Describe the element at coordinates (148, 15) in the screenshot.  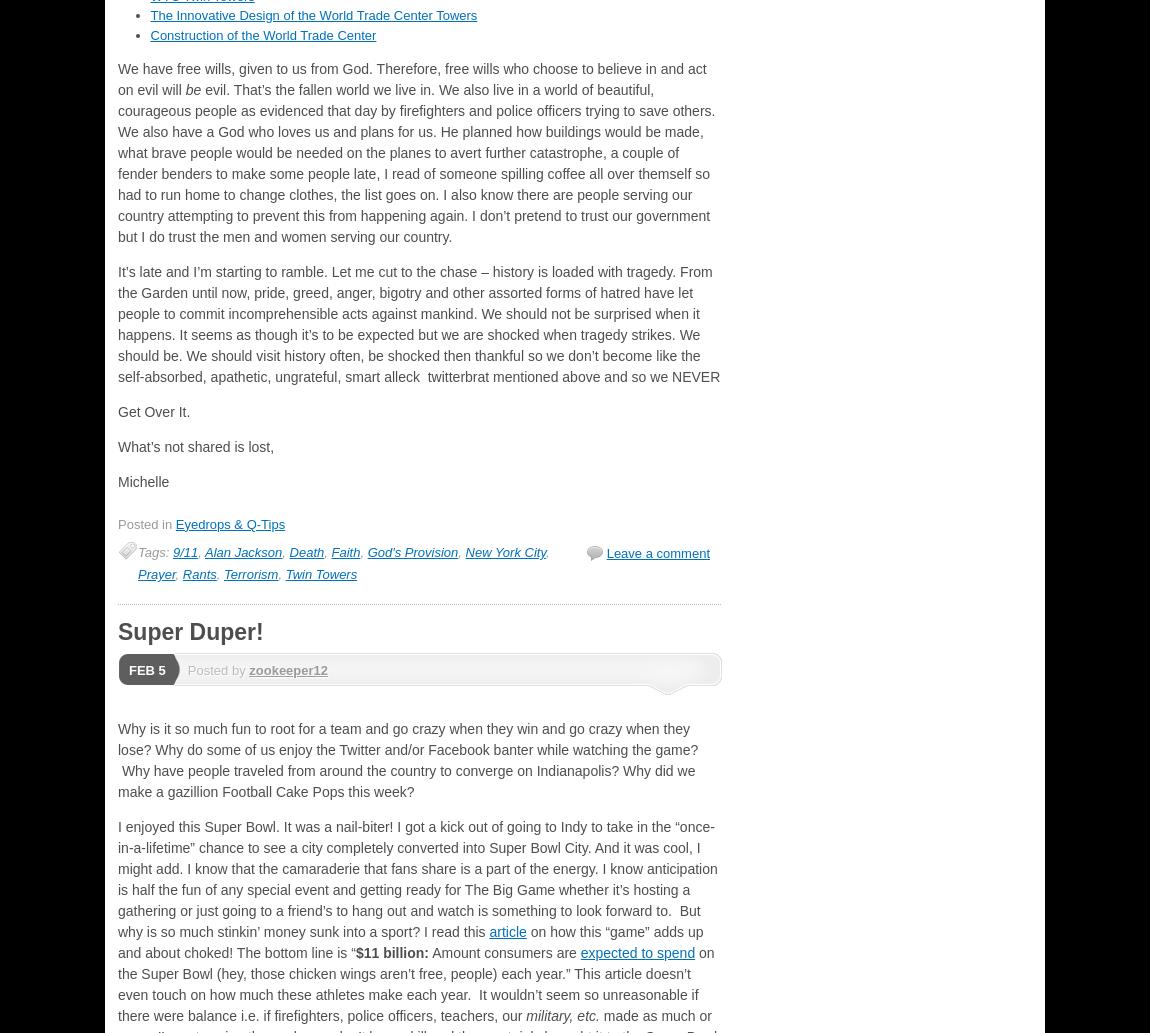
I see `'The Innovative Design of the World Trade Center Towers'` at that location.